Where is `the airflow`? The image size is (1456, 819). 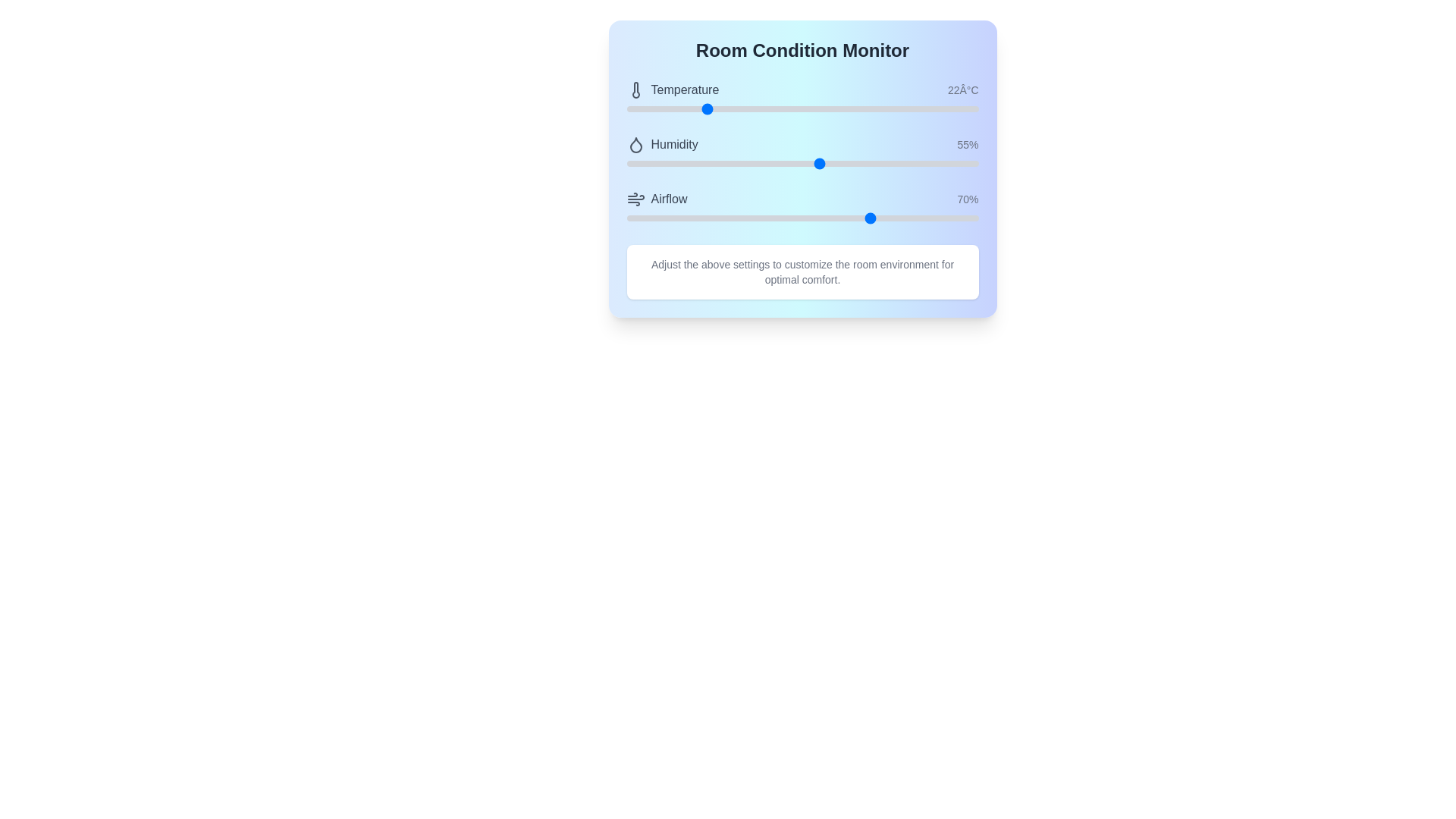 the airflow is located at coordinates (833, 218).